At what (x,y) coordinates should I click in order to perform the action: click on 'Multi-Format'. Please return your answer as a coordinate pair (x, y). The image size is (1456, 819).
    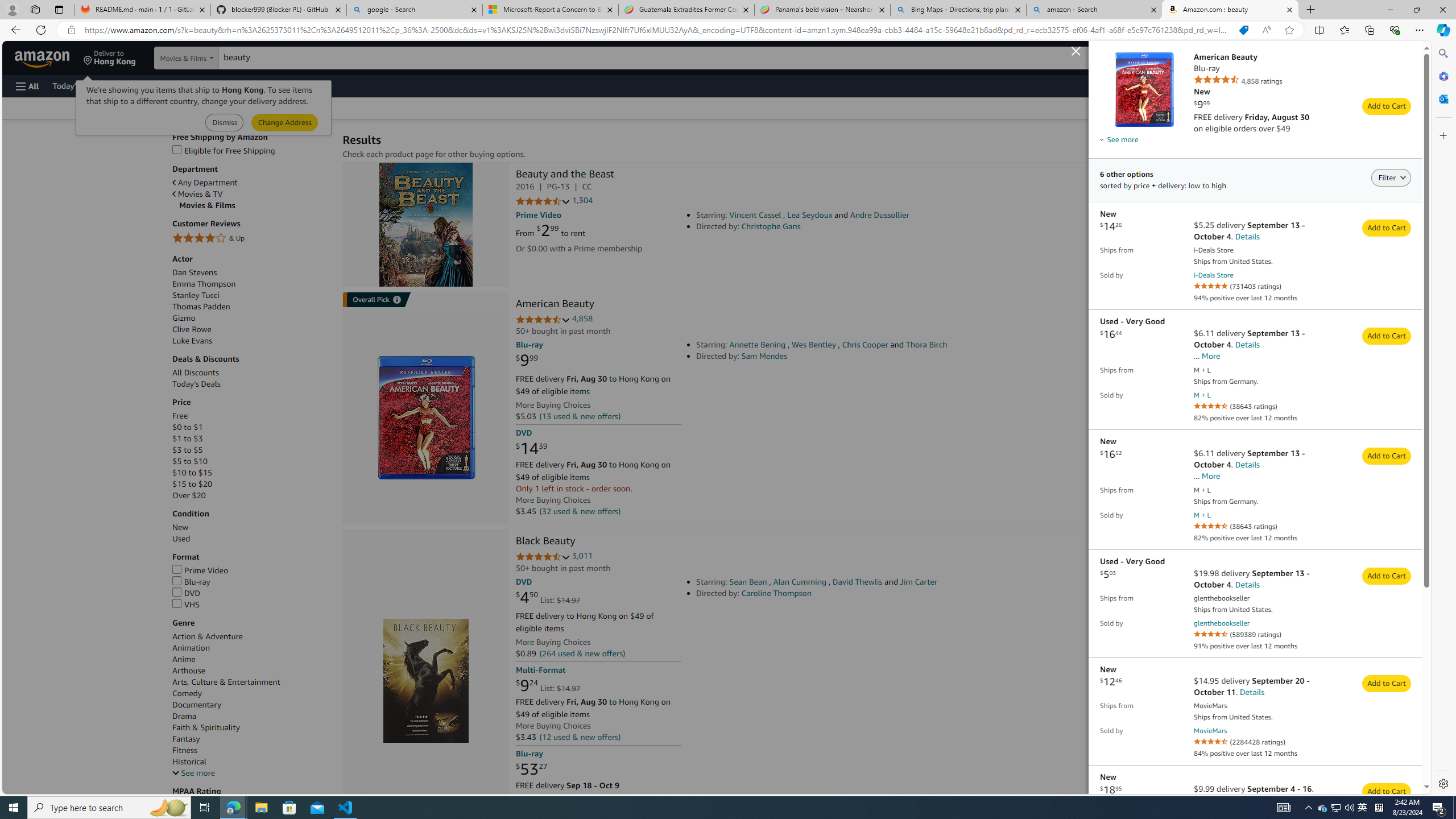
    Looking at the image, I should click on (540, 669).